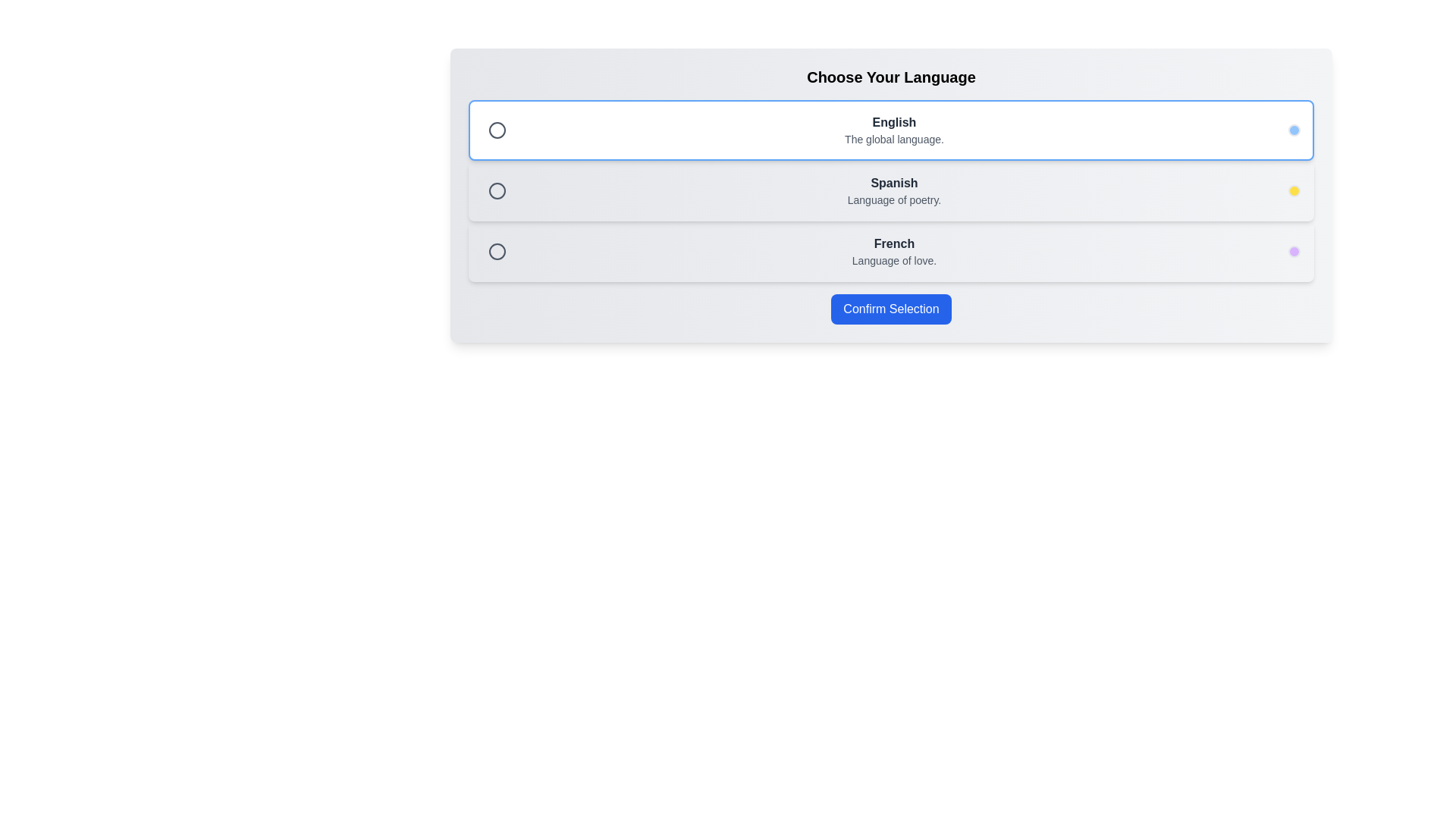 This screenshot has height=819, width=1456. I want to click on the text label 'French', which identifies the selectable list option for the French language, positioned above the 'Confirm Selection' button, so click(894, 243).